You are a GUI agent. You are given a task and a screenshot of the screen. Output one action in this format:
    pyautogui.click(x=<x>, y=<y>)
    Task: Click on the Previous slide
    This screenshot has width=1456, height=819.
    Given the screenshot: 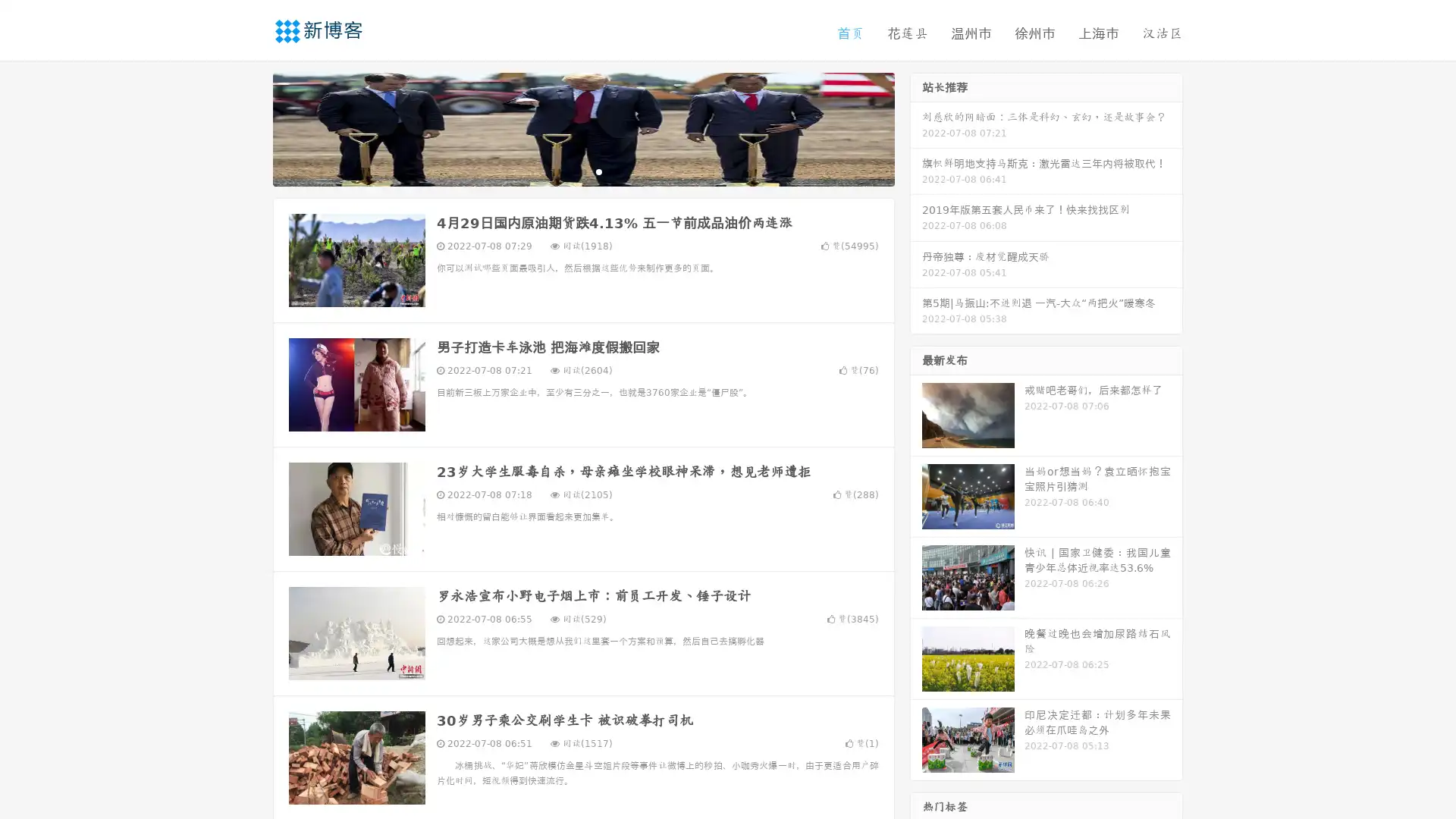 What is the action you would take?
    pyautogui.click(x=250, y=127)
    